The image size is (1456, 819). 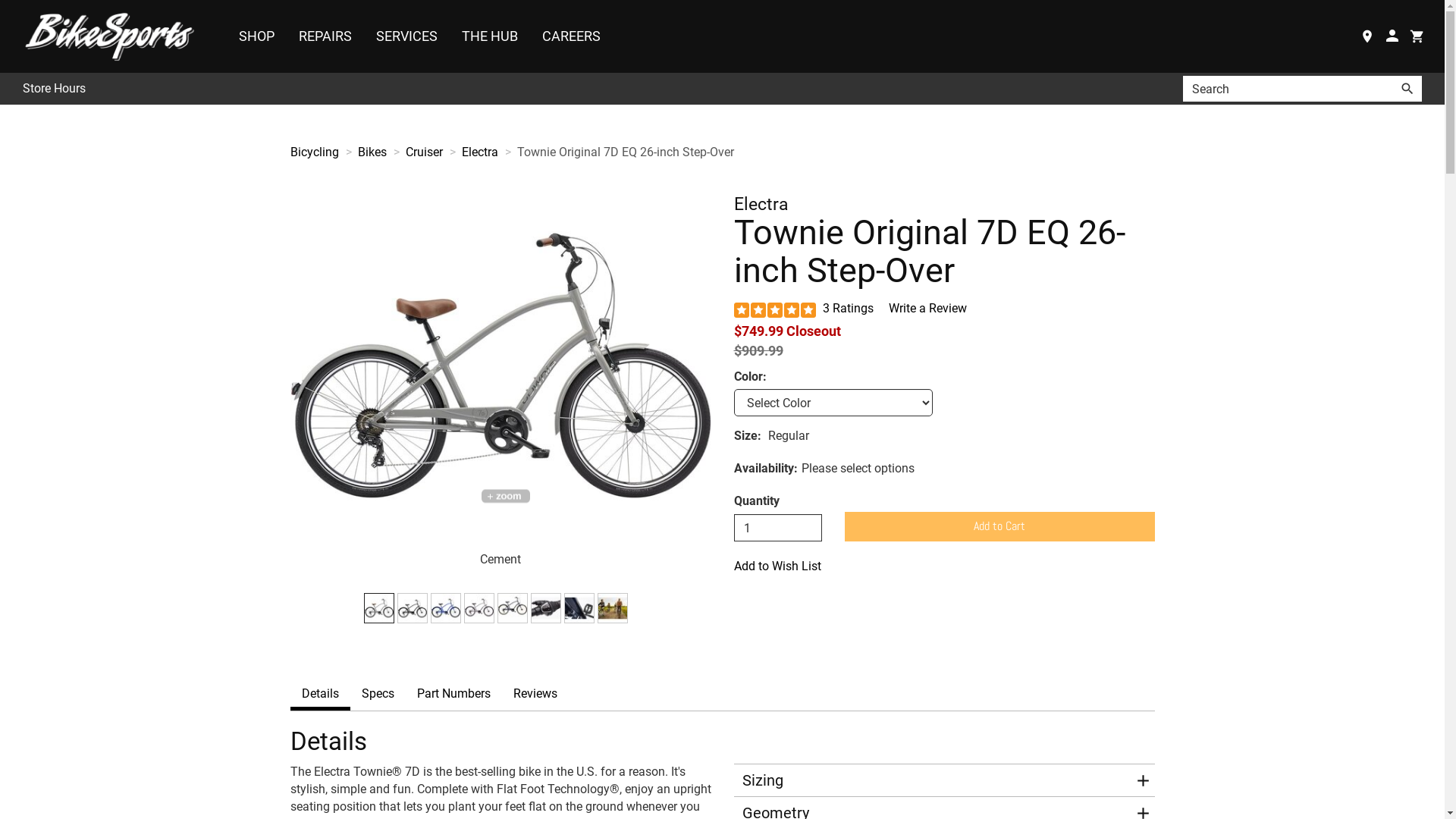 What do you see at coordinates (934, 780) in the screenshot?
I see `'Sizing'` at bounding box center [934, 780].